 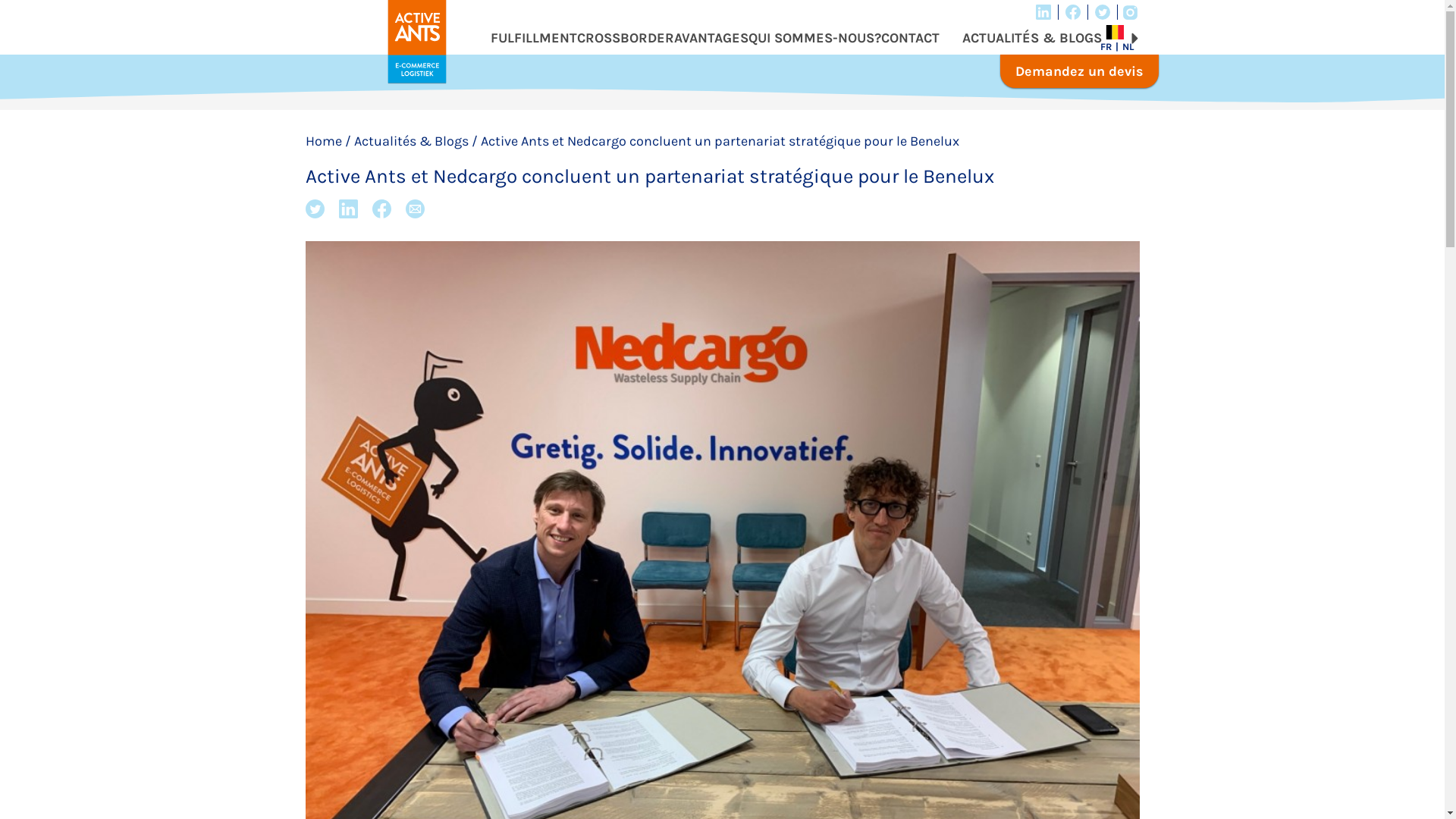 I want to click on 'AVANTAGES', so click(x=709, y=37).